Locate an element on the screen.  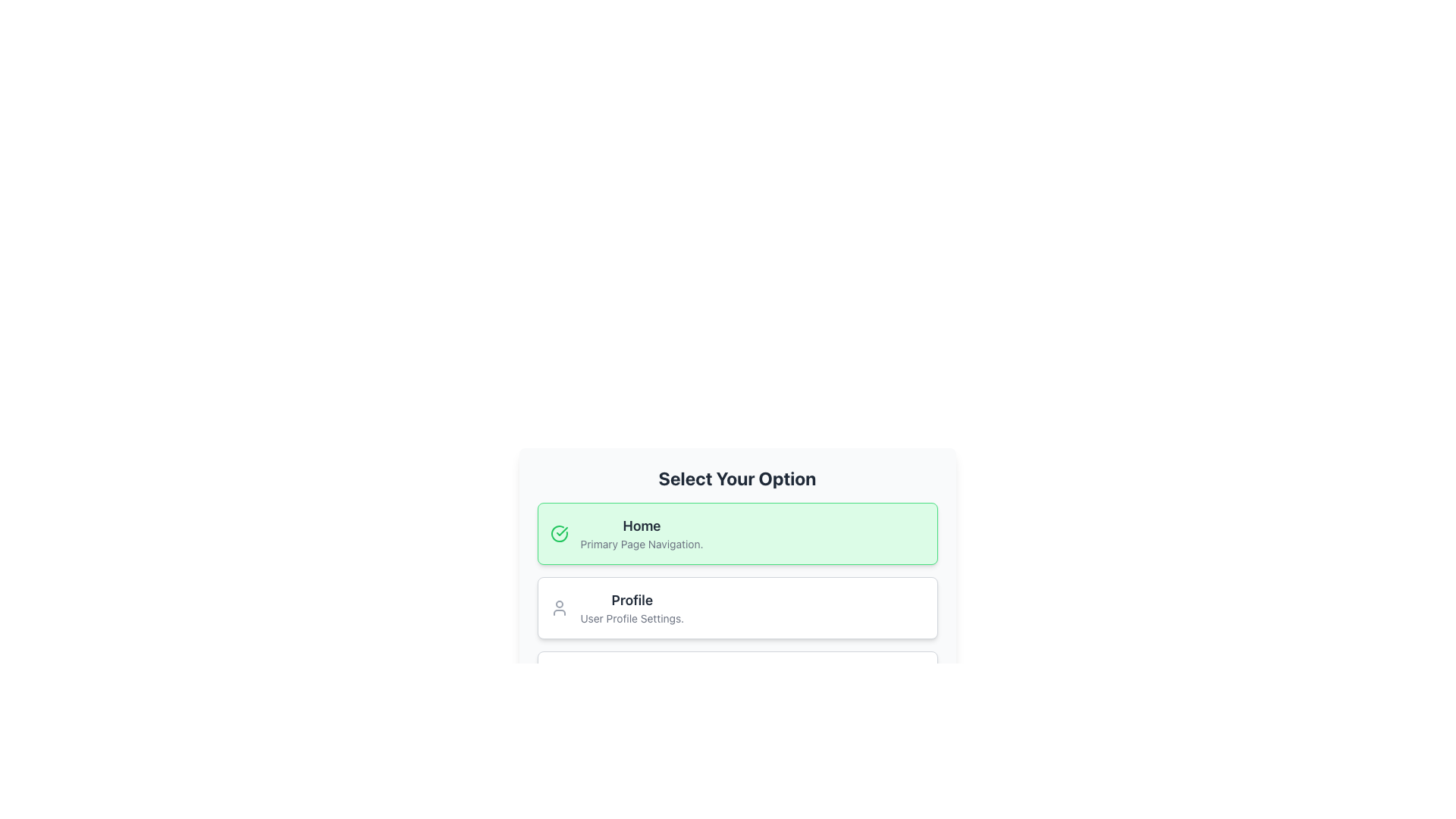
the 'Home' button is located at coordinates (737, 533).